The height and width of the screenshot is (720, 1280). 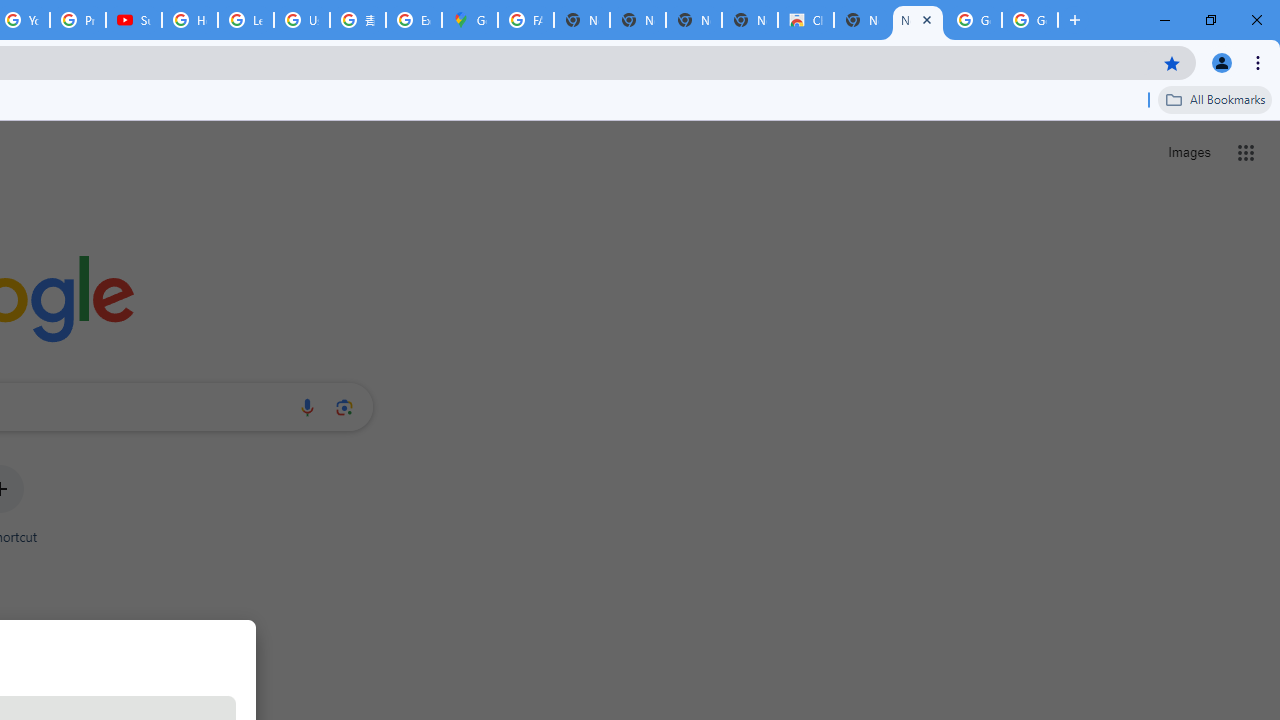 I want to click on 'Chrome Web Store', so click(x=806, y=20).